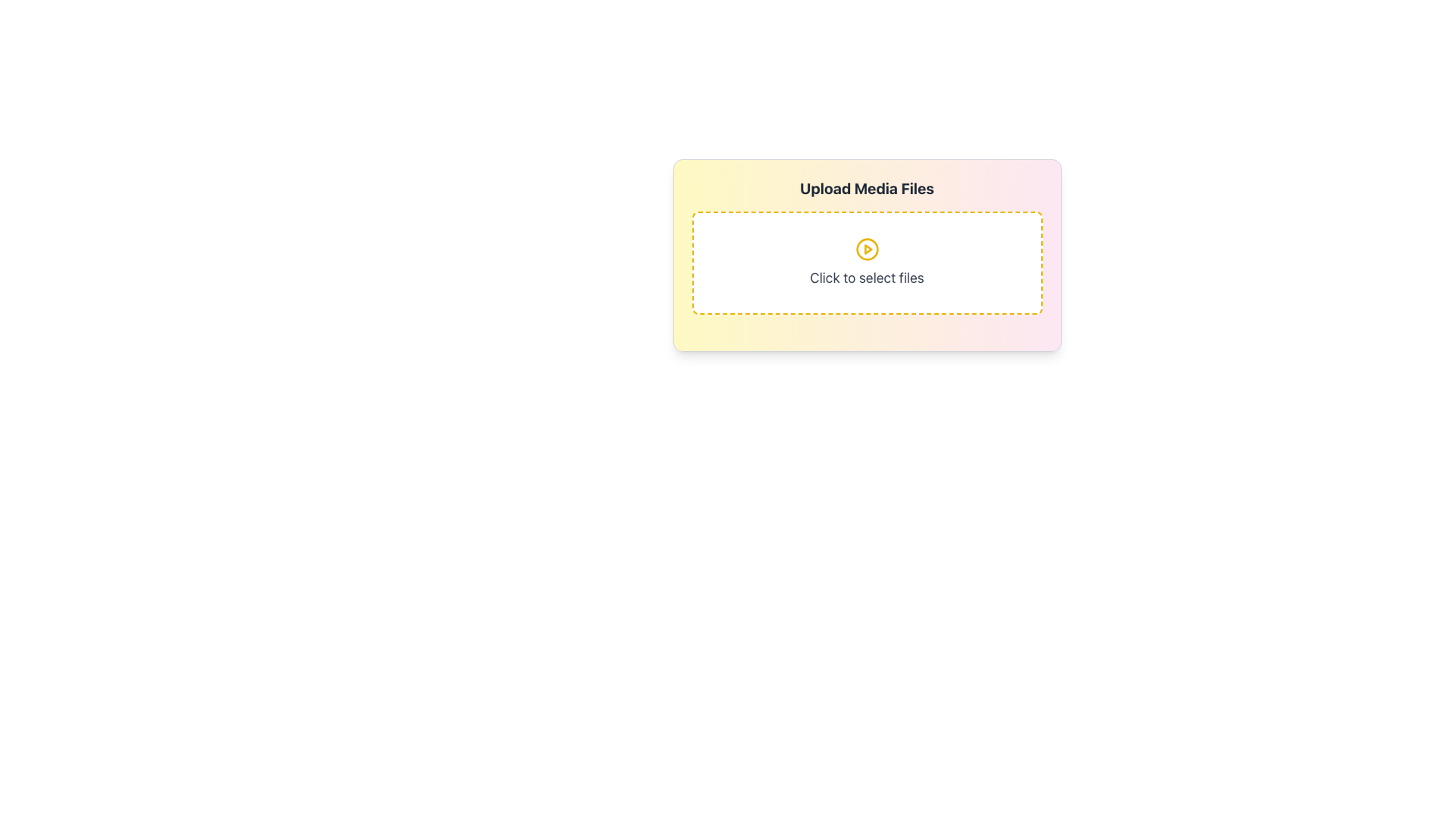 Image resolution: width=1456 pixels, height=819 pixels. Describe the element at coordinates (867, 278) in the screenshot. I see `the instructional Text Label indicating to click within the surrounding box to select files, which is centrally positioned under the yellow play button icon` at that location.